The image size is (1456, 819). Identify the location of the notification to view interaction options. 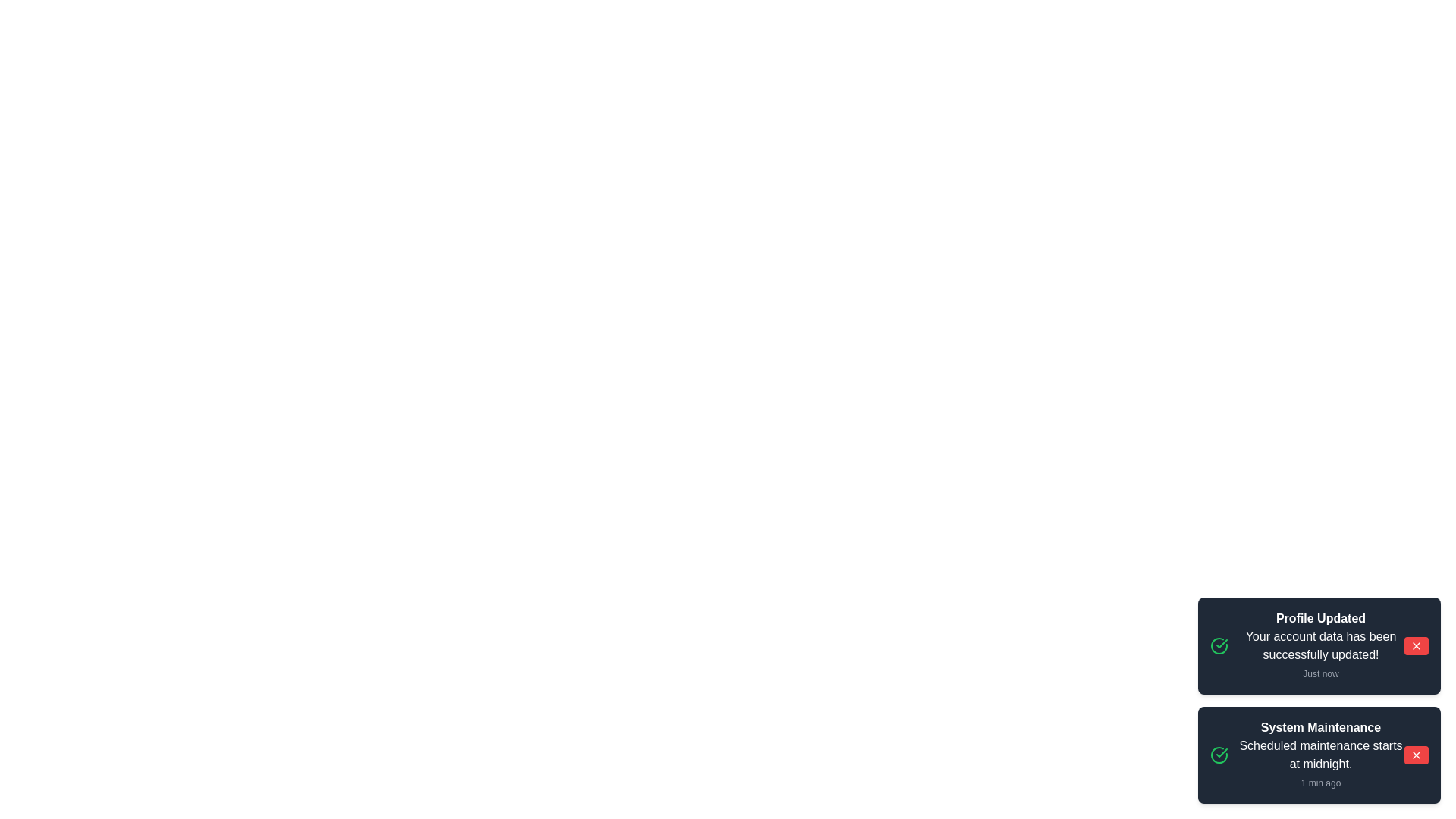
(1318, 646).